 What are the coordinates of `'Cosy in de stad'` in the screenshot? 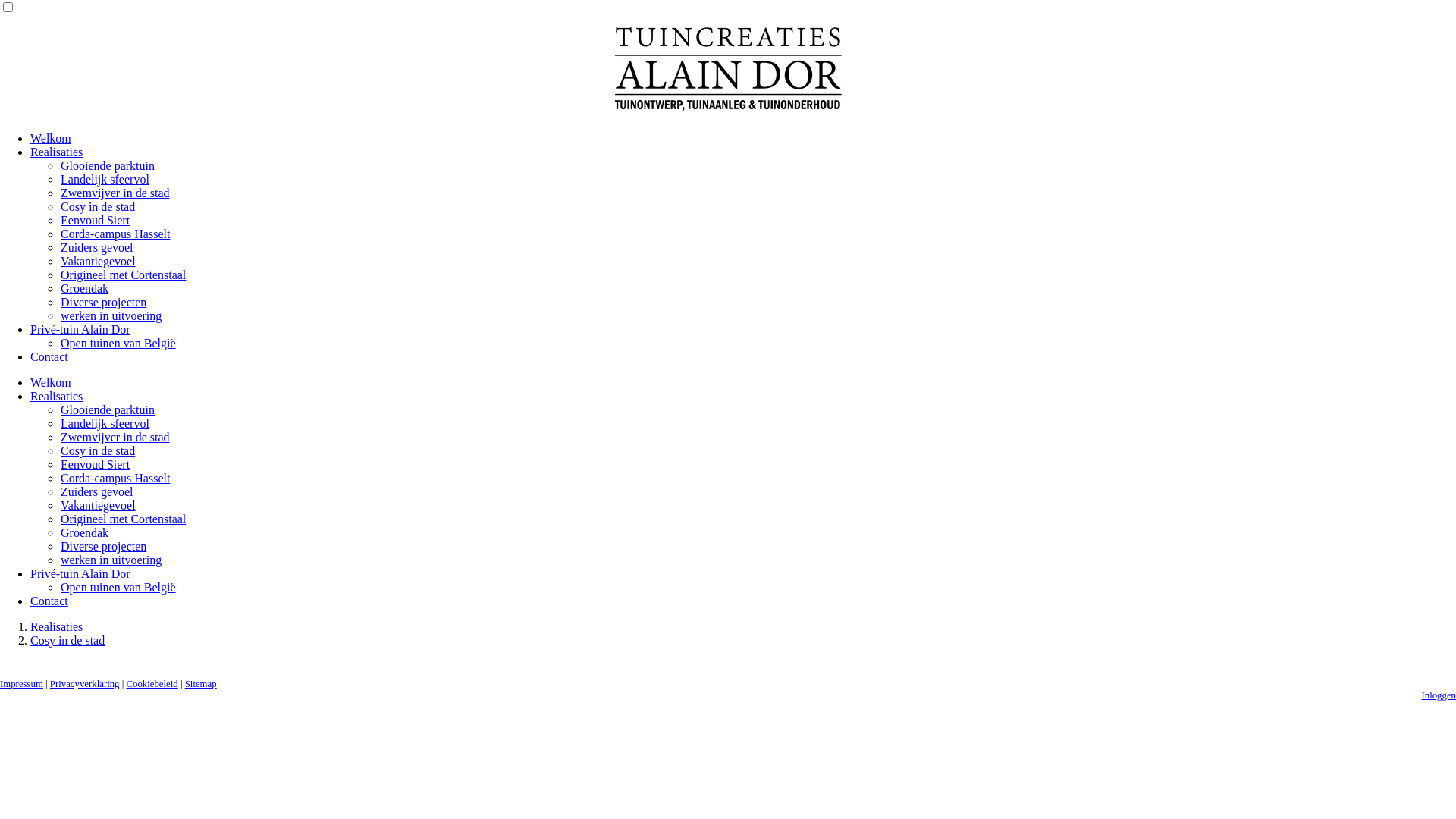 It's located at (67, 640).